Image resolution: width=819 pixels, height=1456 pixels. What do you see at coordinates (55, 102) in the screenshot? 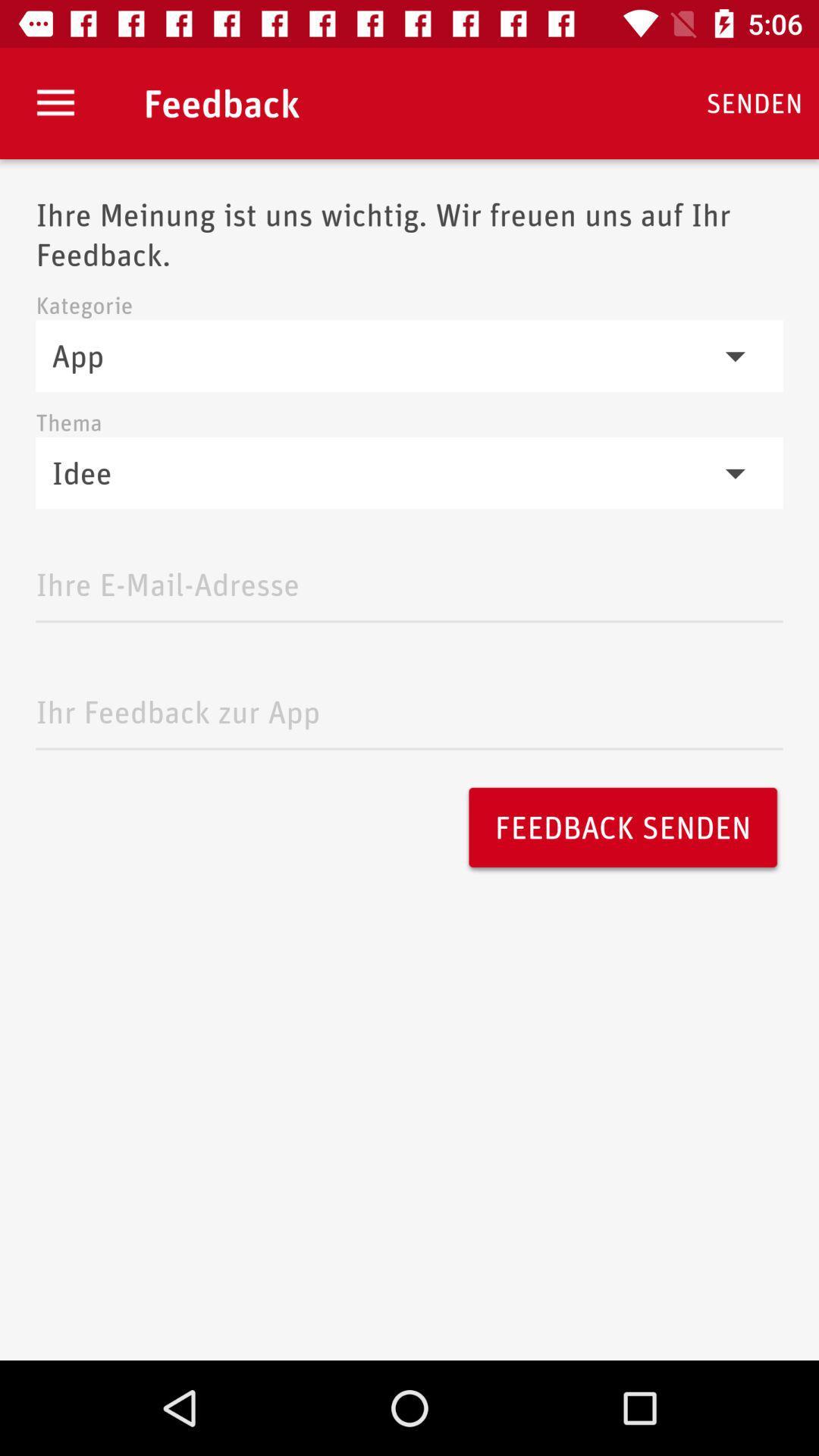
I see `icon to the left of feedback icon` at bounding box center [55, 102].